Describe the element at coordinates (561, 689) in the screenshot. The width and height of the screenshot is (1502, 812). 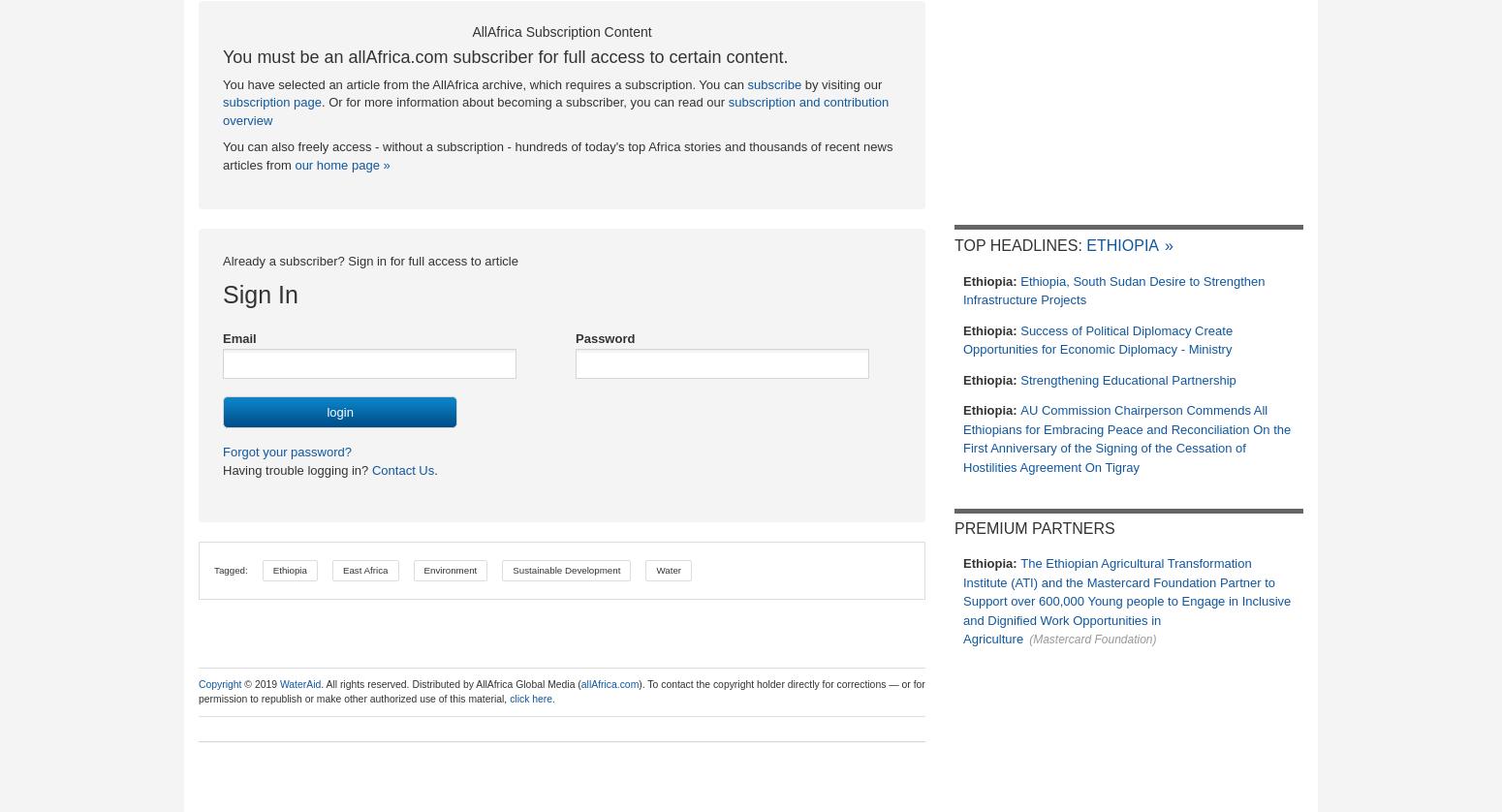
I see `').
  To contact the copyright holder directly for corrections — or for permission to republish or make other authorized use of this material,'` at that location.